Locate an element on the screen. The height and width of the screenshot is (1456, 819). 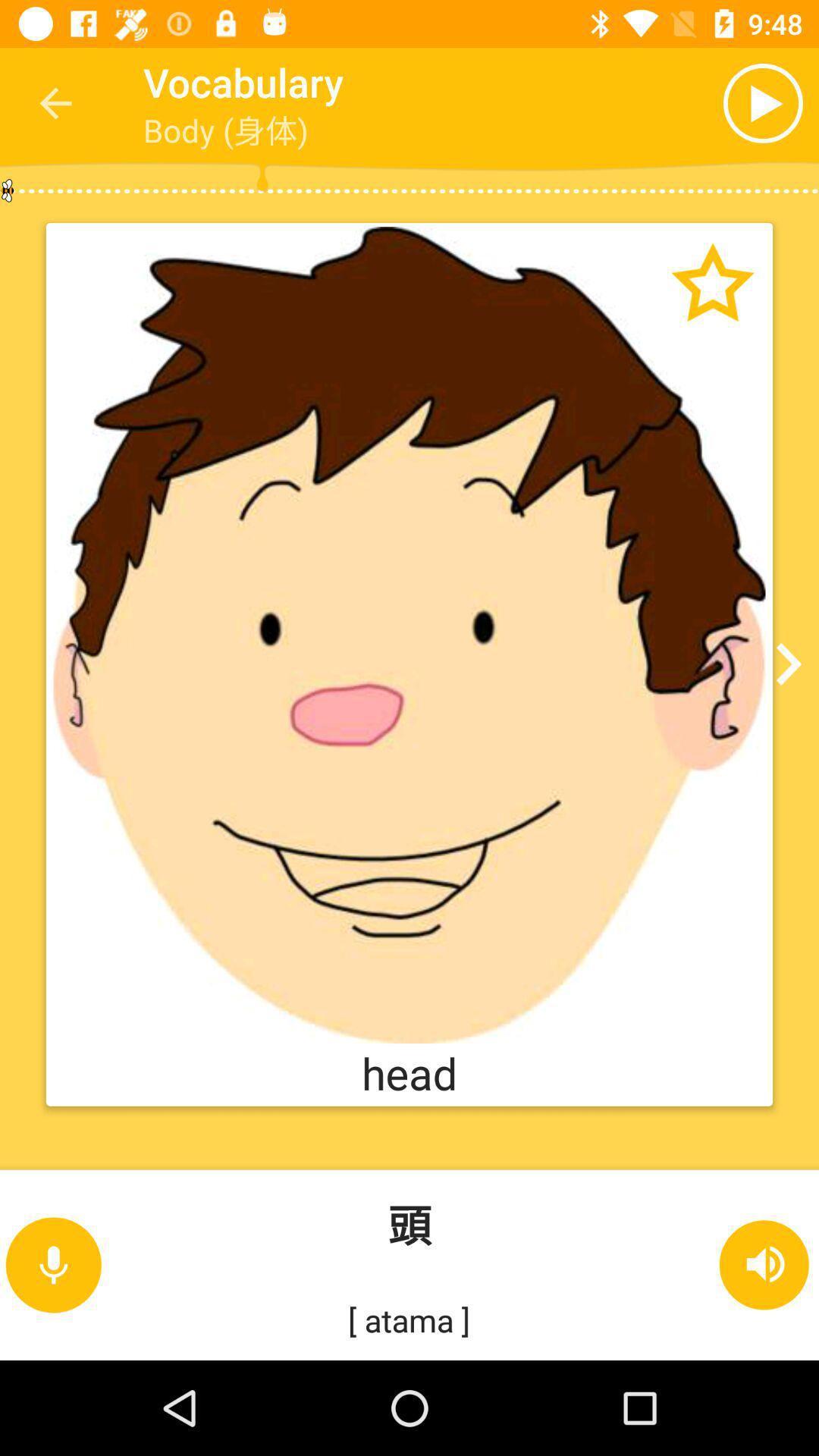
the microphone icon is located at coordinates (52, 1265).